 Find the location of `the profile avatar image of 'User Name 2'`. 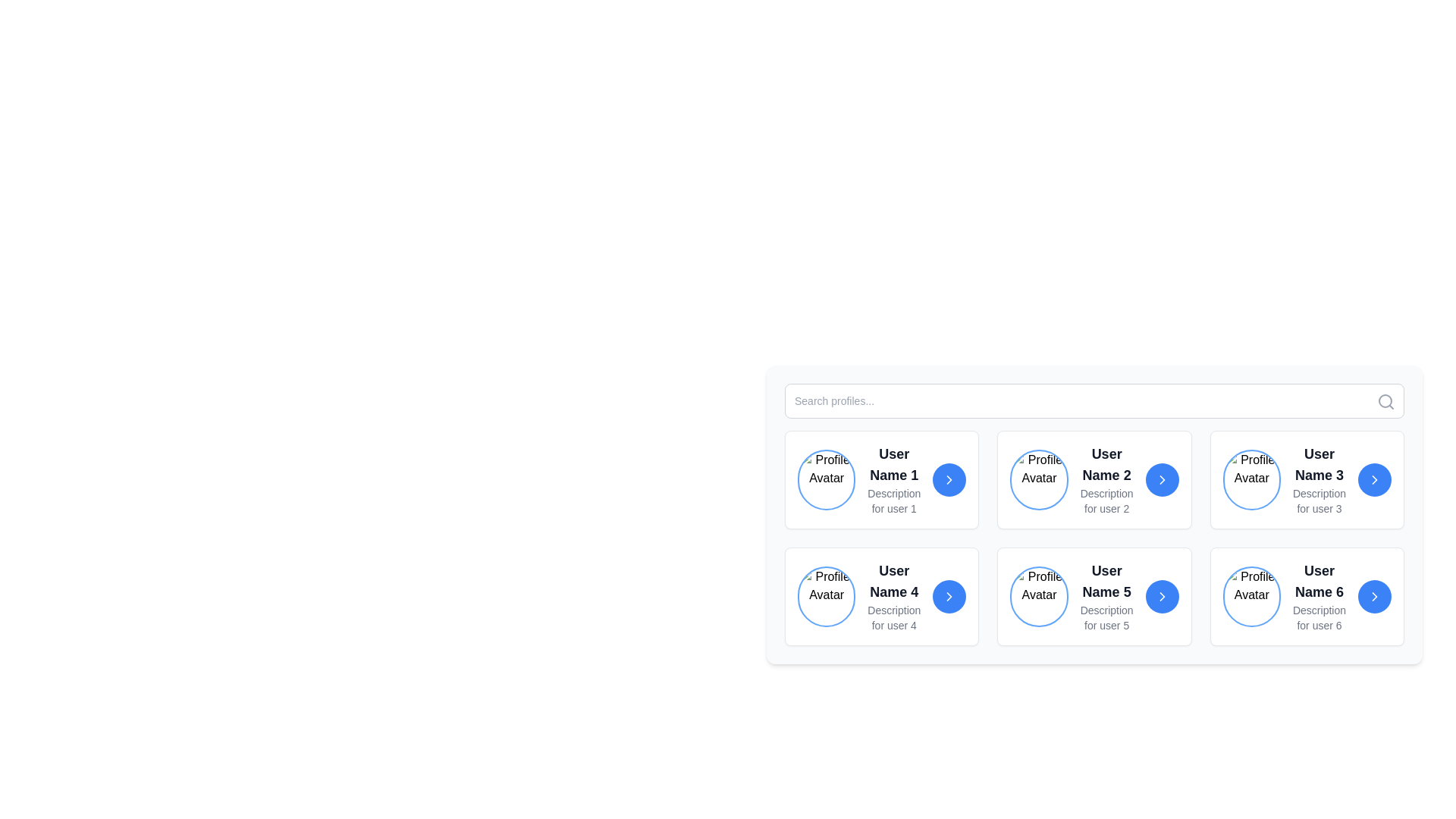

the profile avatar image of 'User Name 2' is located at coordinates (1037, 479).